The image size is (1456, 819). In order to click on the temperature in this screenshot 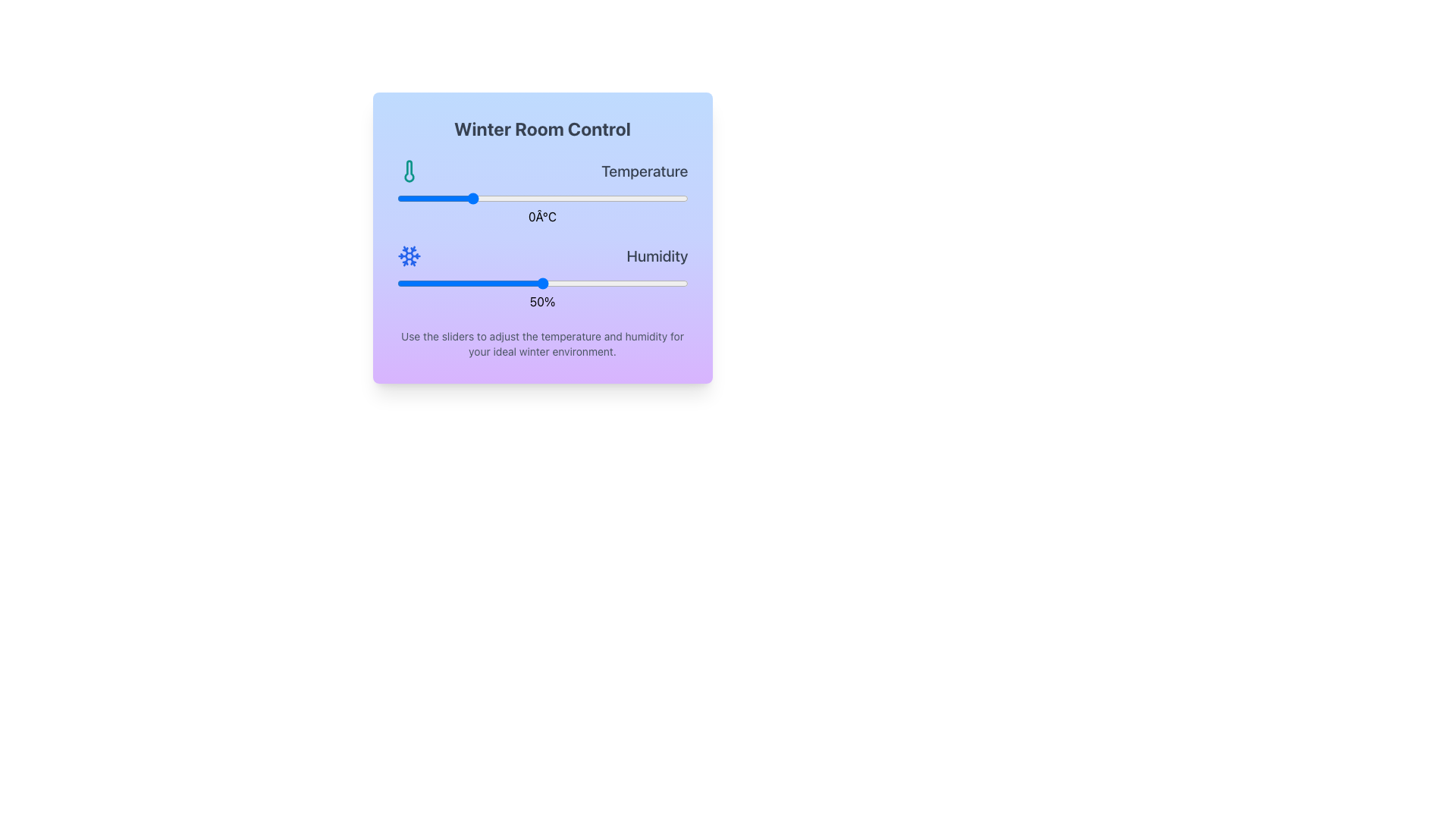, I will do `click(411, 198)`.